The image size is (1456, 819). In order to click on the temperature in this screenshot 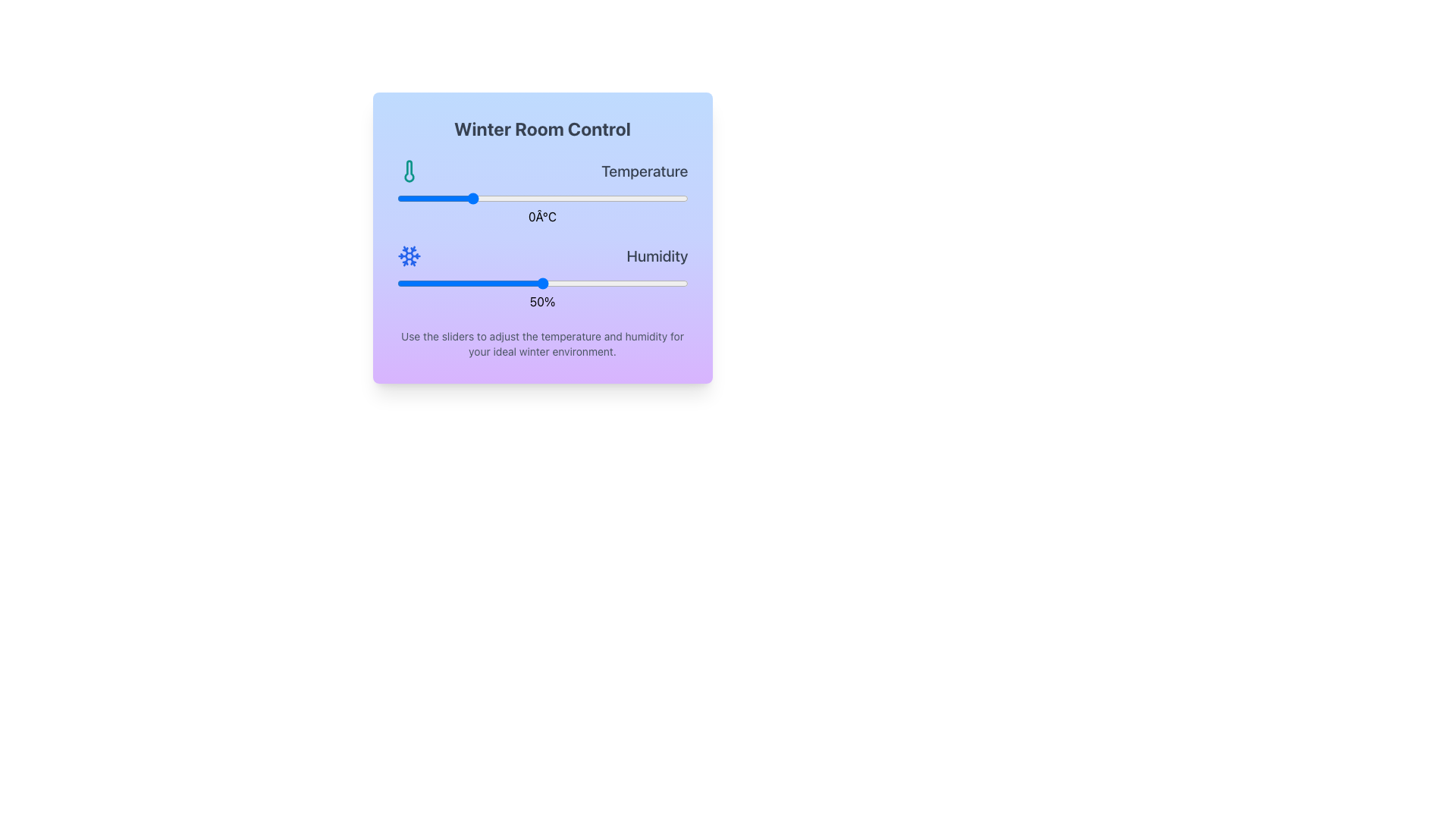, I will do `click(411, 198)`.